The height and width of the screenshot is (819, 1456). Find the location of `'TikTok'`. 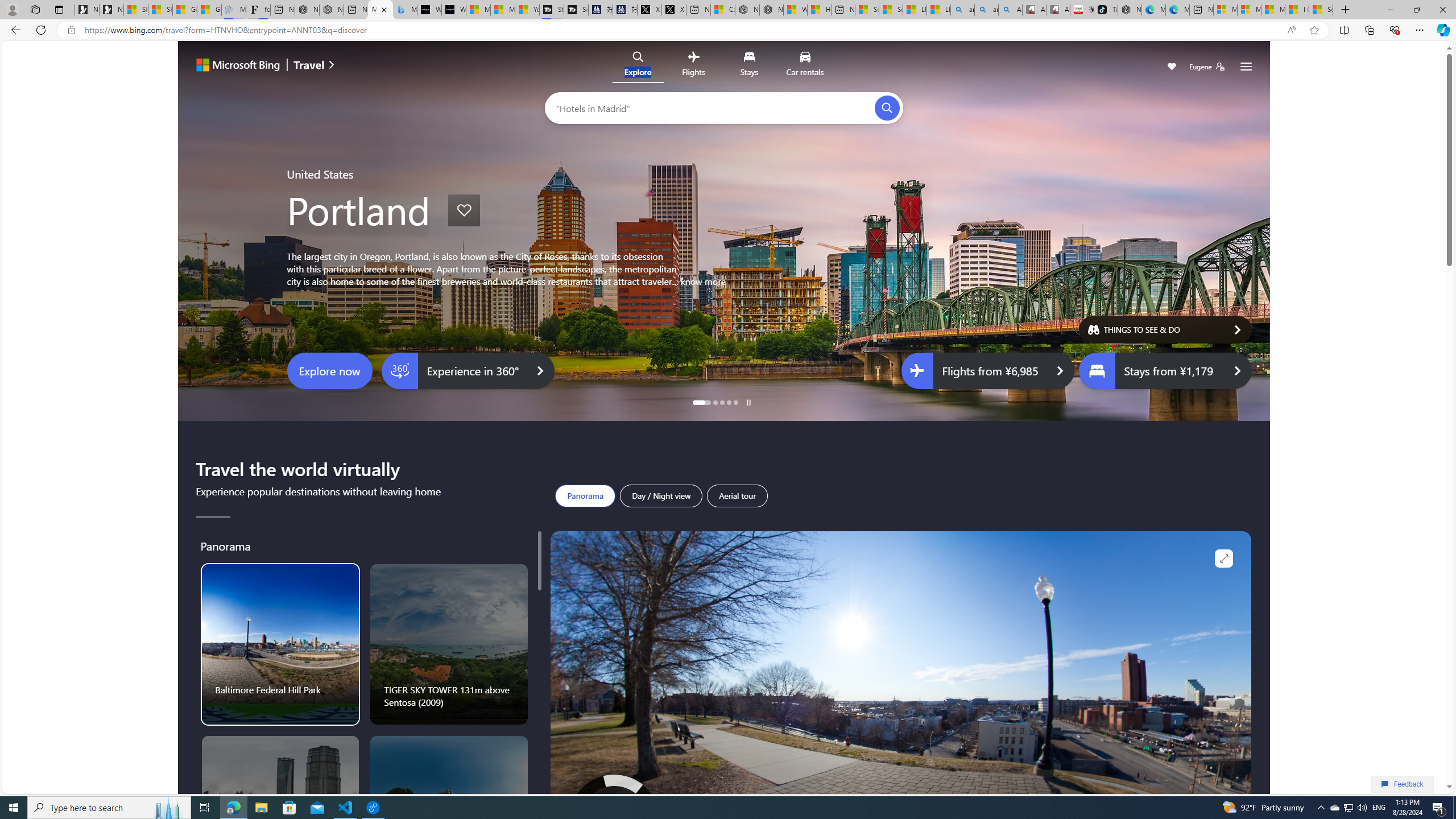

'TikTok' is located at coordinates (1106, 9).